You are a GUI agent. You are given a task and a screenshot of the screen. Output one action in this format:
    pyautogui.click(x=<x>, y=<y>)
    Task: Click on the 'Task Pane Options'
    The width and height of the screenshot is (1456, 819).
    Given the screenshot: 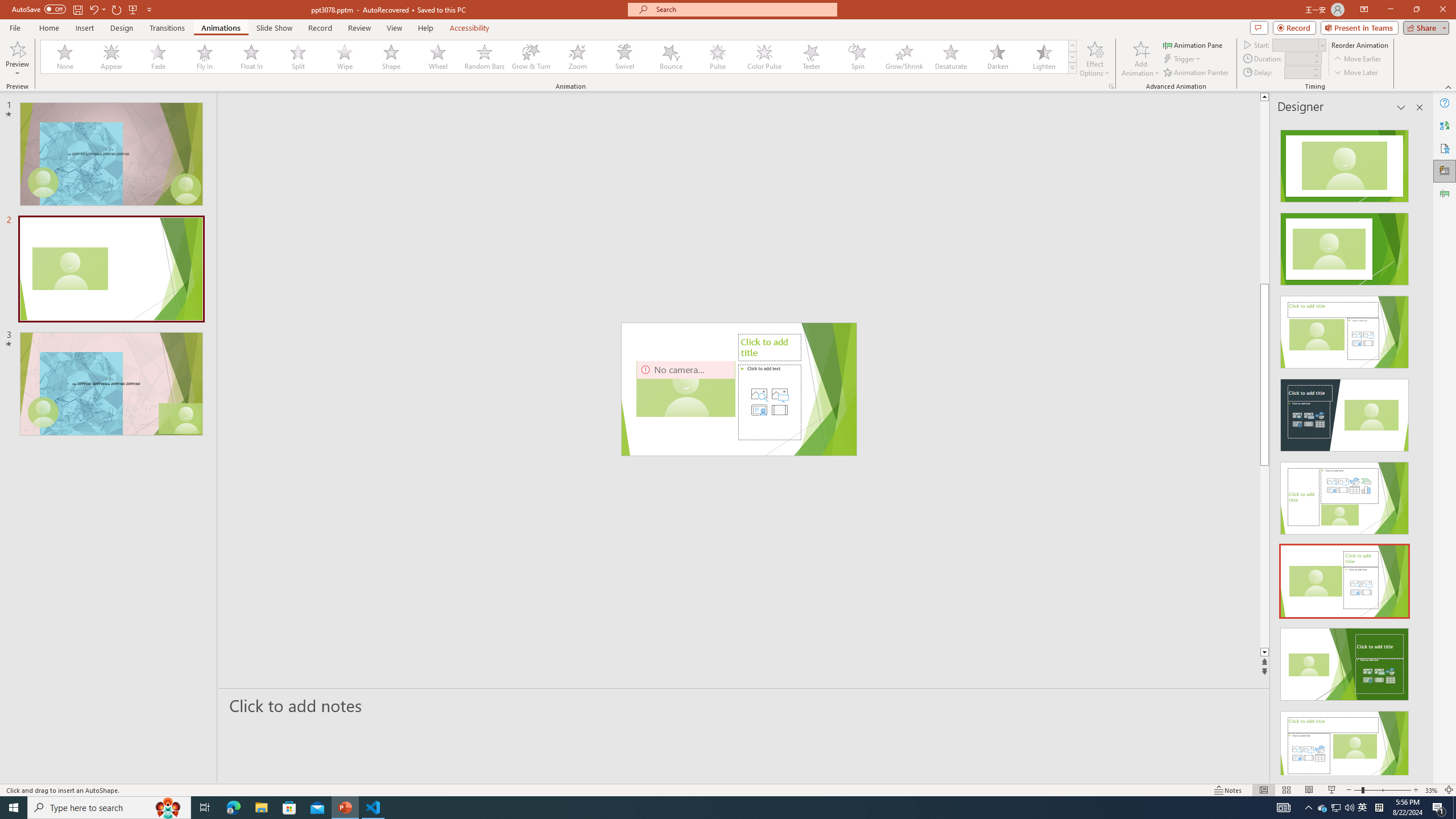 What is the action you would take?
    pyautogui.click(x=1401, y=107)
    